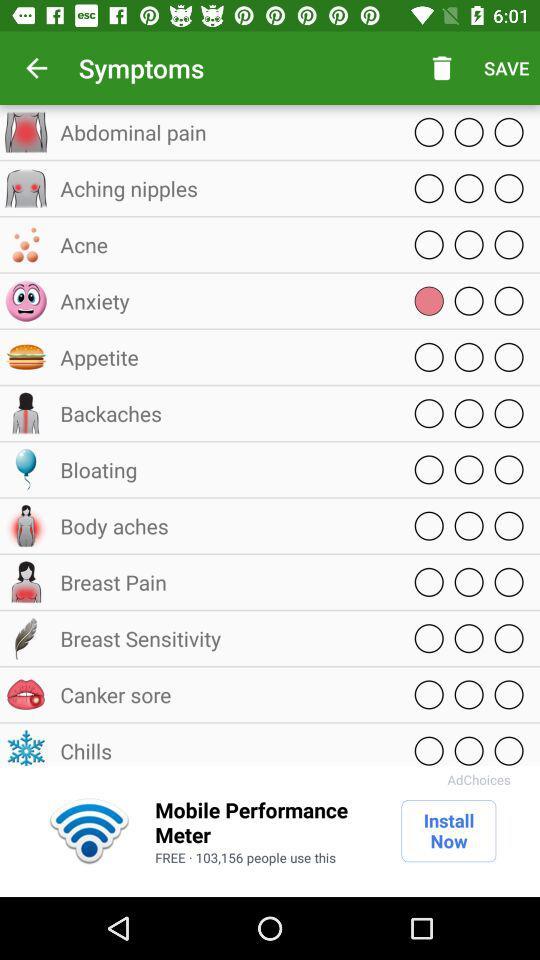  What do you see at coordinates (224, 357) in the screenshot?
I see `icon above backaches icon` at bounding box center [224, 357].